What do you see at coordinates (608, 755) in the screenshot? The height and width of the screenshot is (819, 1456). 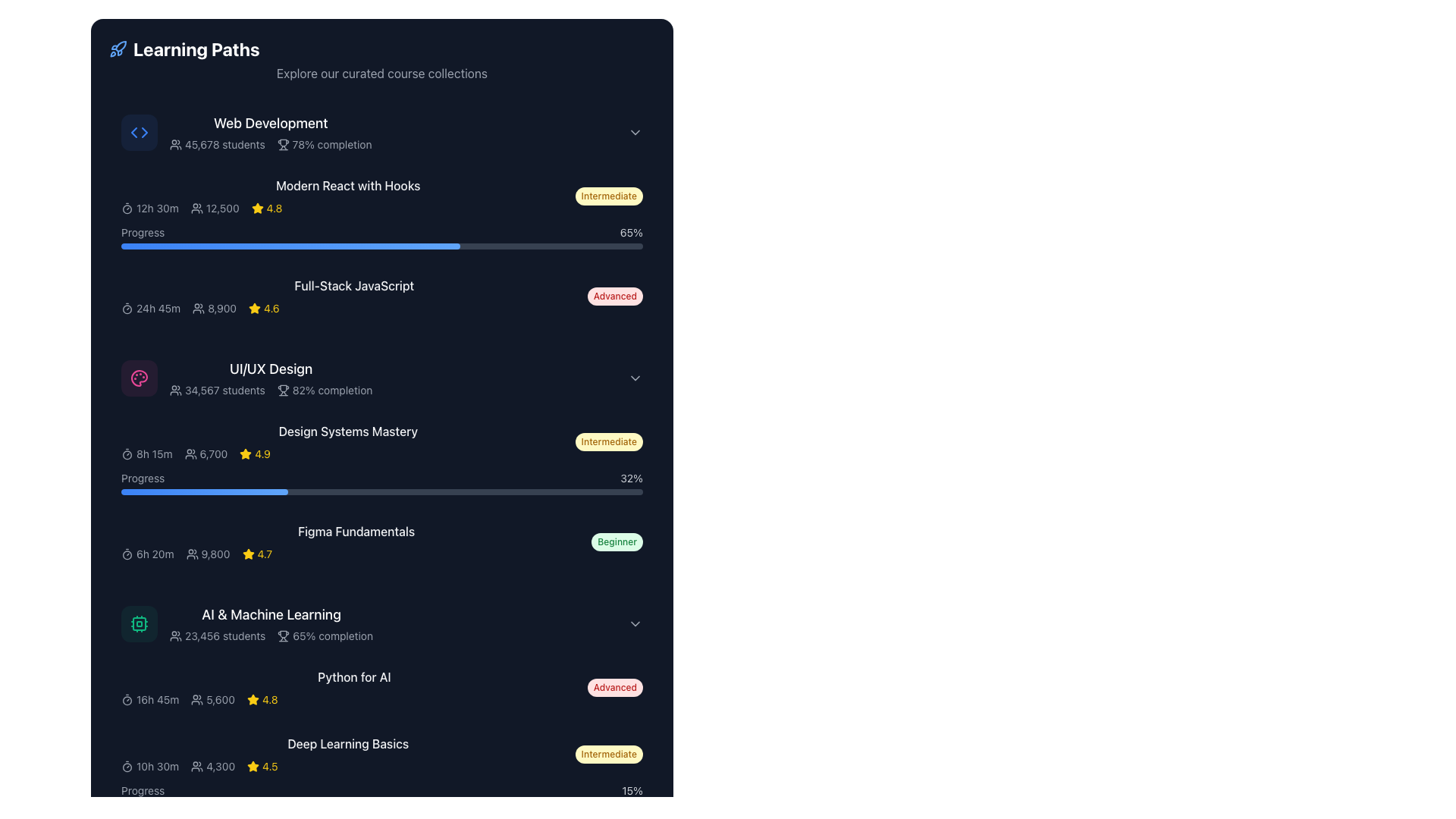 I see `'Intermediate' label on the Badge indicating the difficulty level of the 'Deep Learning Basics' course, positioned at the bottom-right corner of the section` at bounding box center [608, 755].